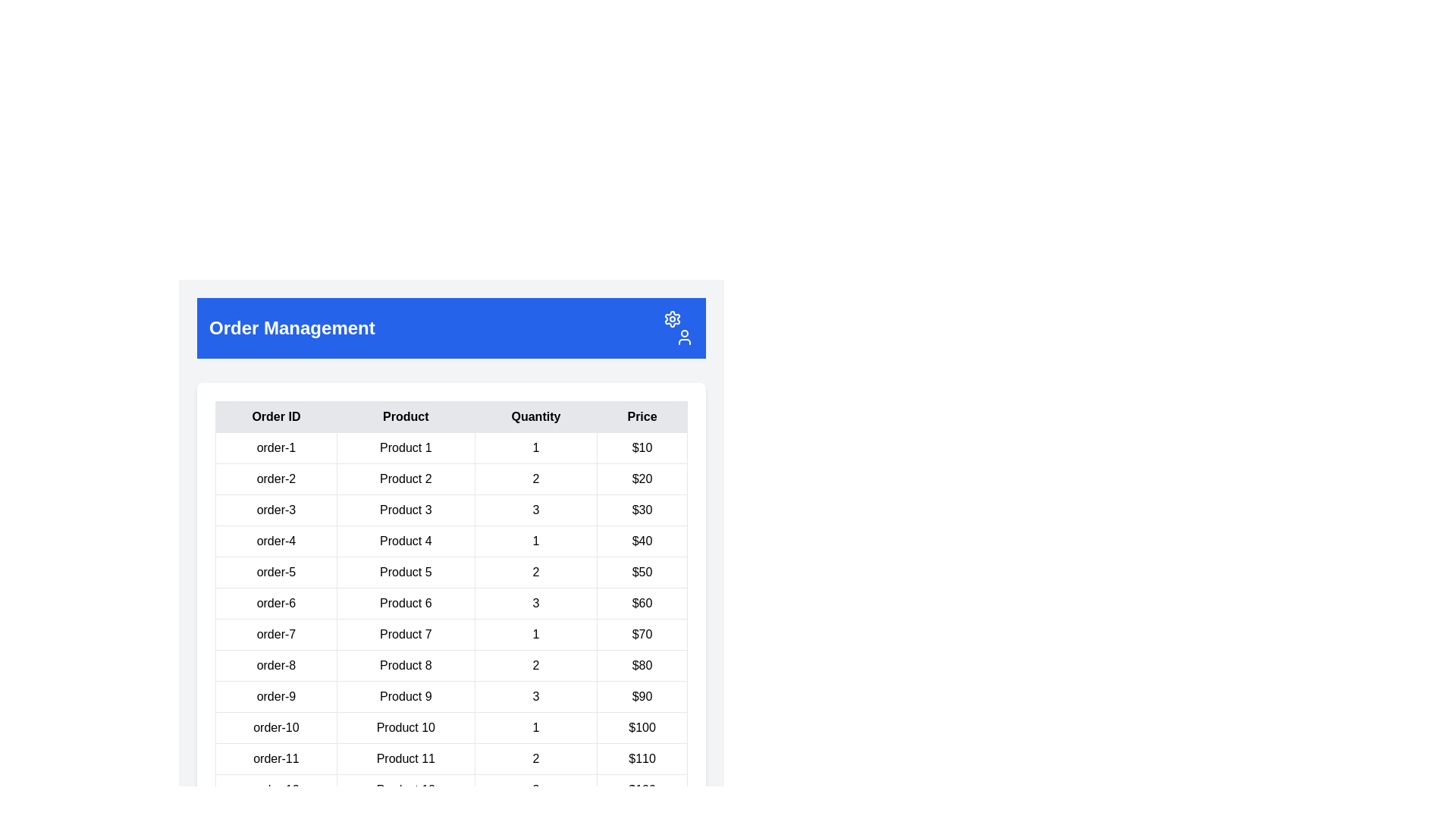 Image resolution: width=1456 pixels, height=819 pixels. Describe the element at coordinates (642, 510) in the screenshot. I see `the static text label displaying the price of the product in the order-3 row of the table` at that location.